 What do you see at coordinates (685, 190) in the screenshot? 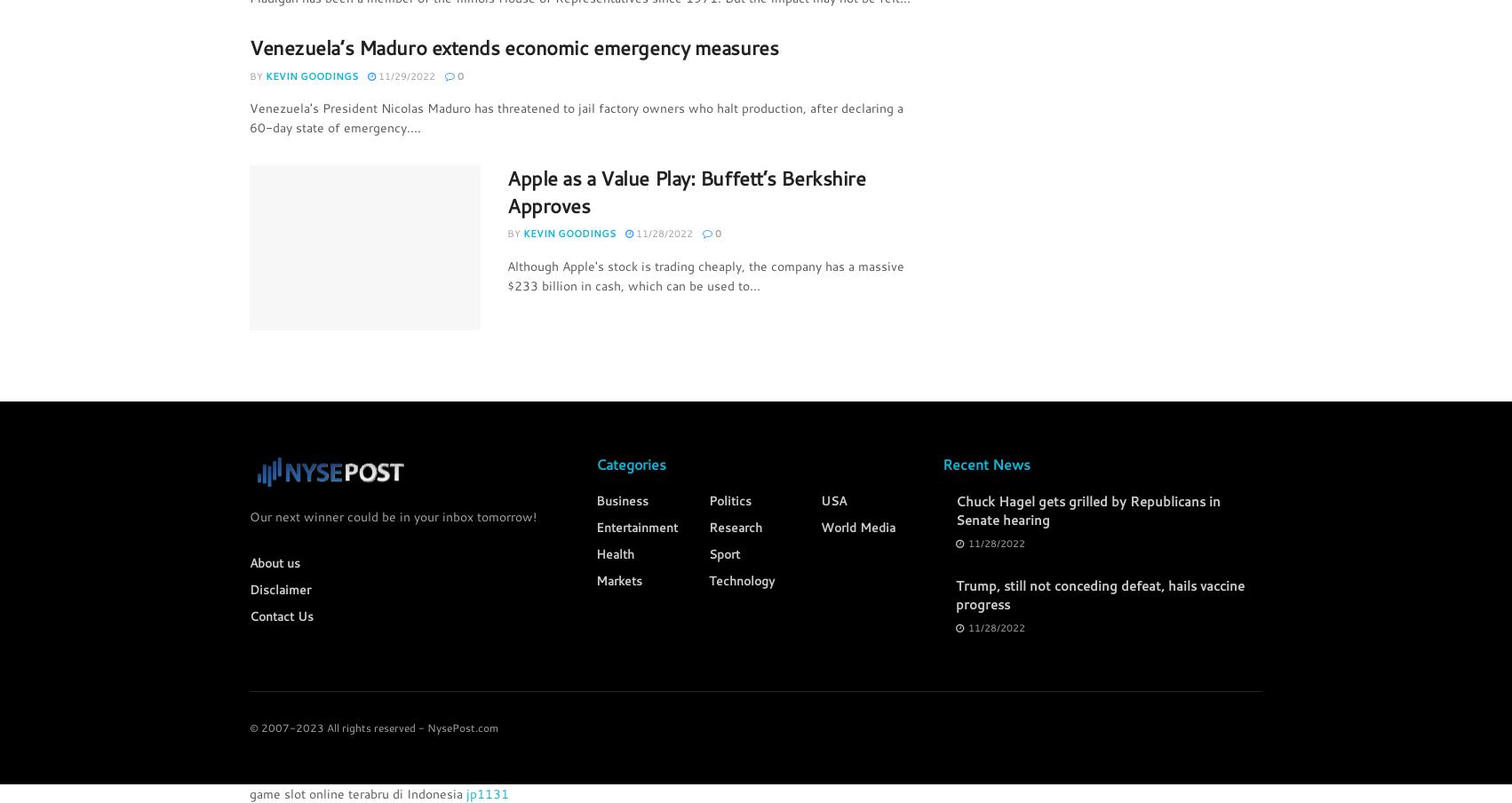
I see `'Apple as a Value Play: Buffett’s Berkshire Approves'` at bounding box center [685, 190].